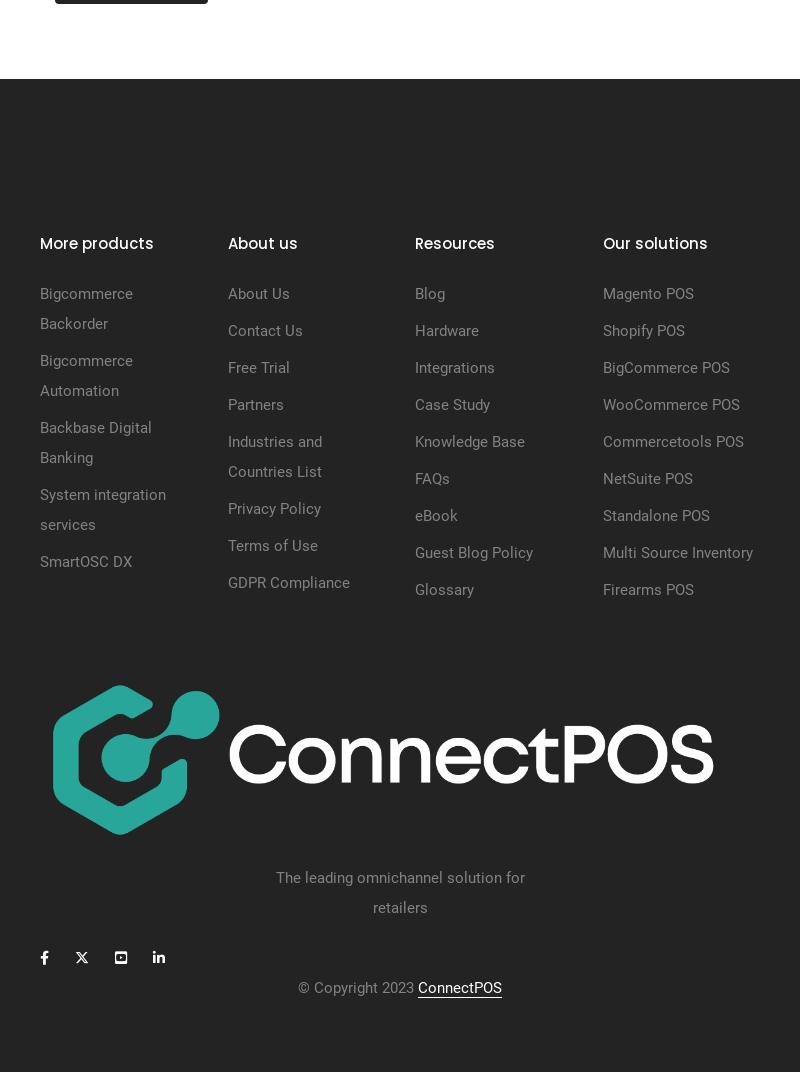  Describe the element at coordinates (470, 440) in the screenshot. I see `'Knowledge Base'` at that location.